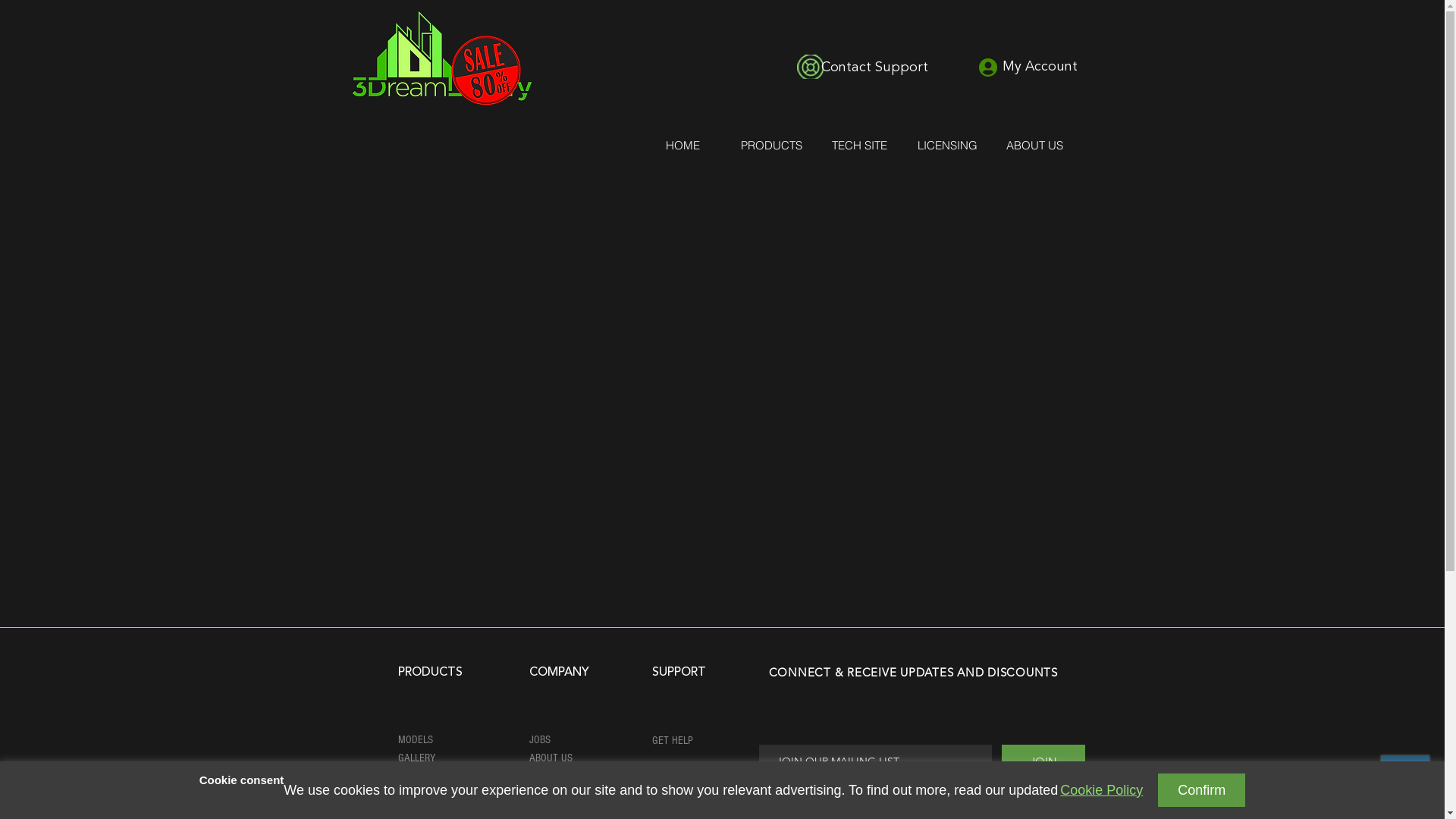 The height and width of the screenshot is (819, 1456). What do you see at coordinates (651, 773) in the screenshot?
I see `'REPORT ISSUE'` at bounding box center [651, 773].